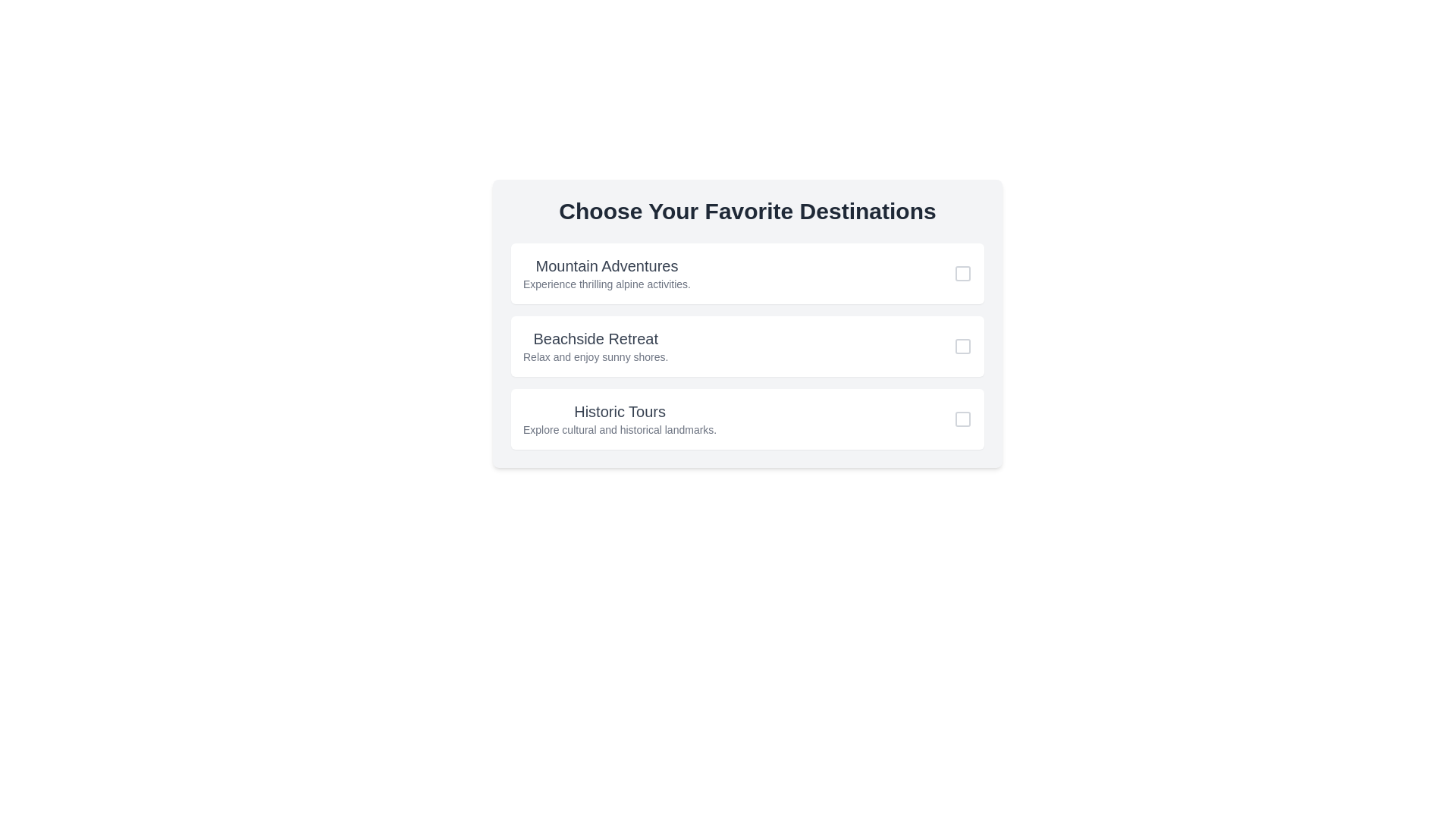  Describe the element at coordinates (607, 265) in the screenshot. I see `'Mountain Adventures' text label element, which is prominently styled in large, bold font and located above the descriptive text block in the vertical list under 'Choose Your Favorite Destinations'` at that location.